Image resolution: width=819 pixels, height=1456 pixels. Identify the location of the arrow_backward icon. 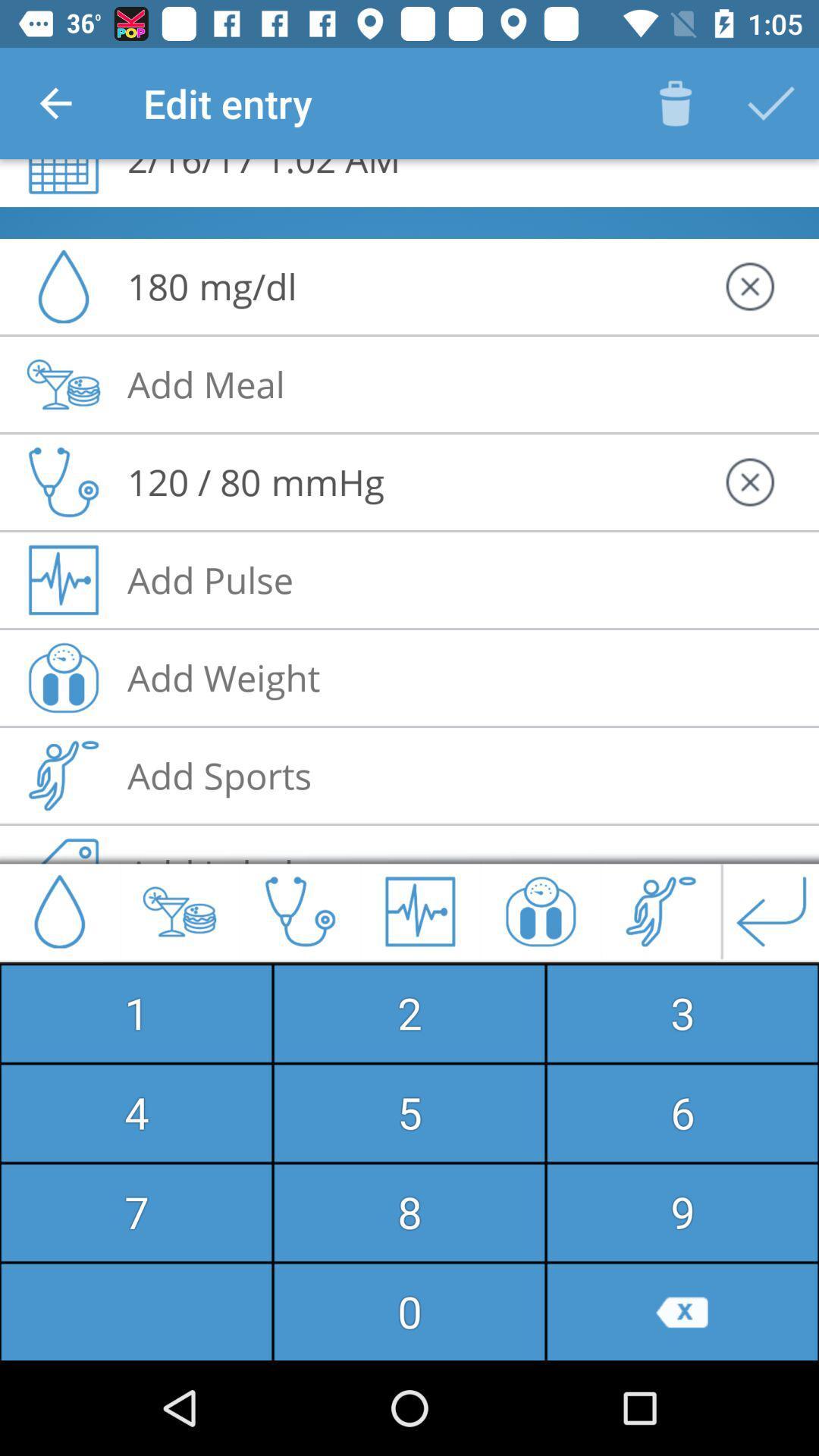
(771, 911).